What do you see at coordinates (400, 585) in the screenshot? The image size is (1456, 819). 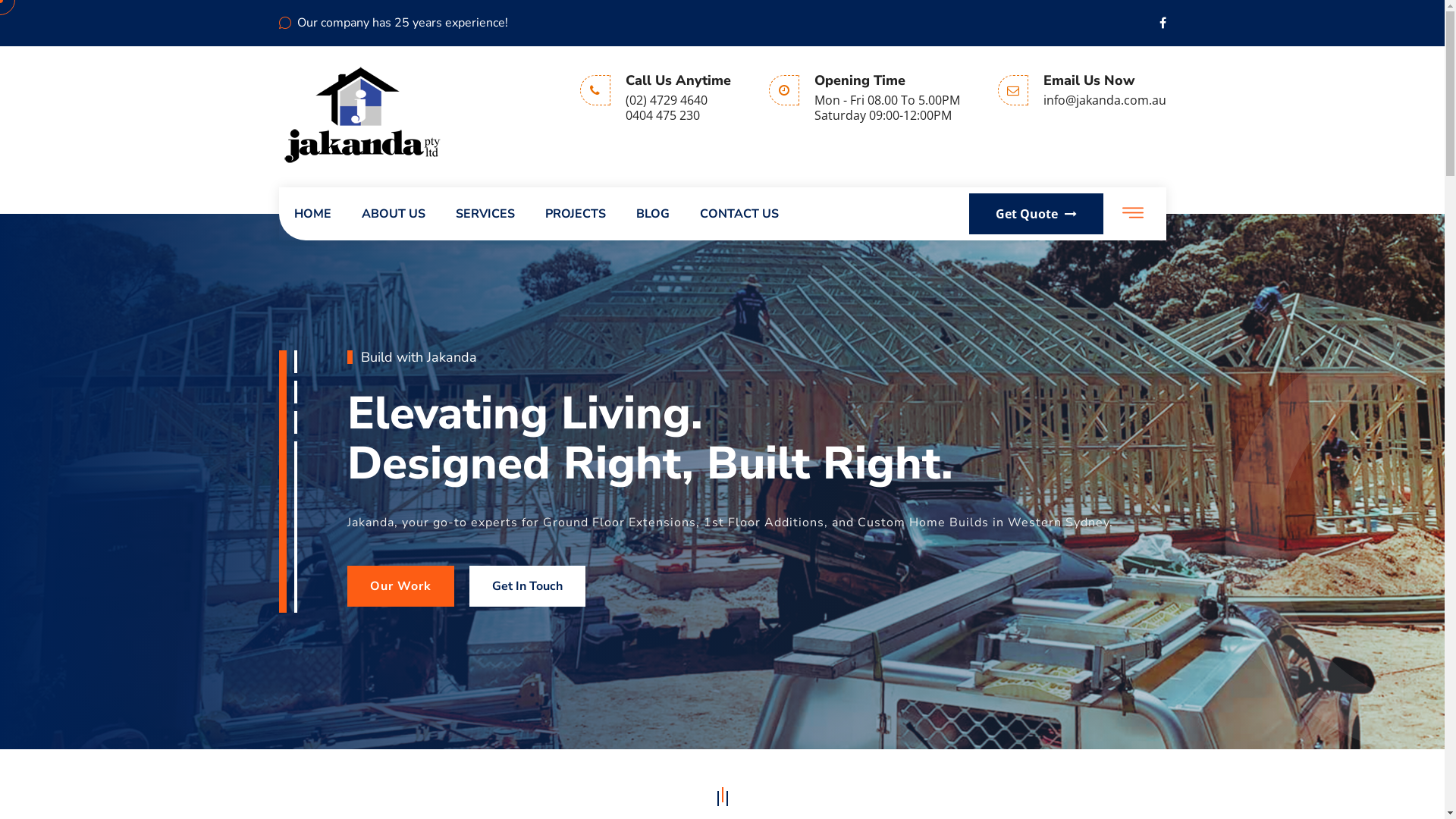 I see `'Our Work'` at bounding box center [400, 585].